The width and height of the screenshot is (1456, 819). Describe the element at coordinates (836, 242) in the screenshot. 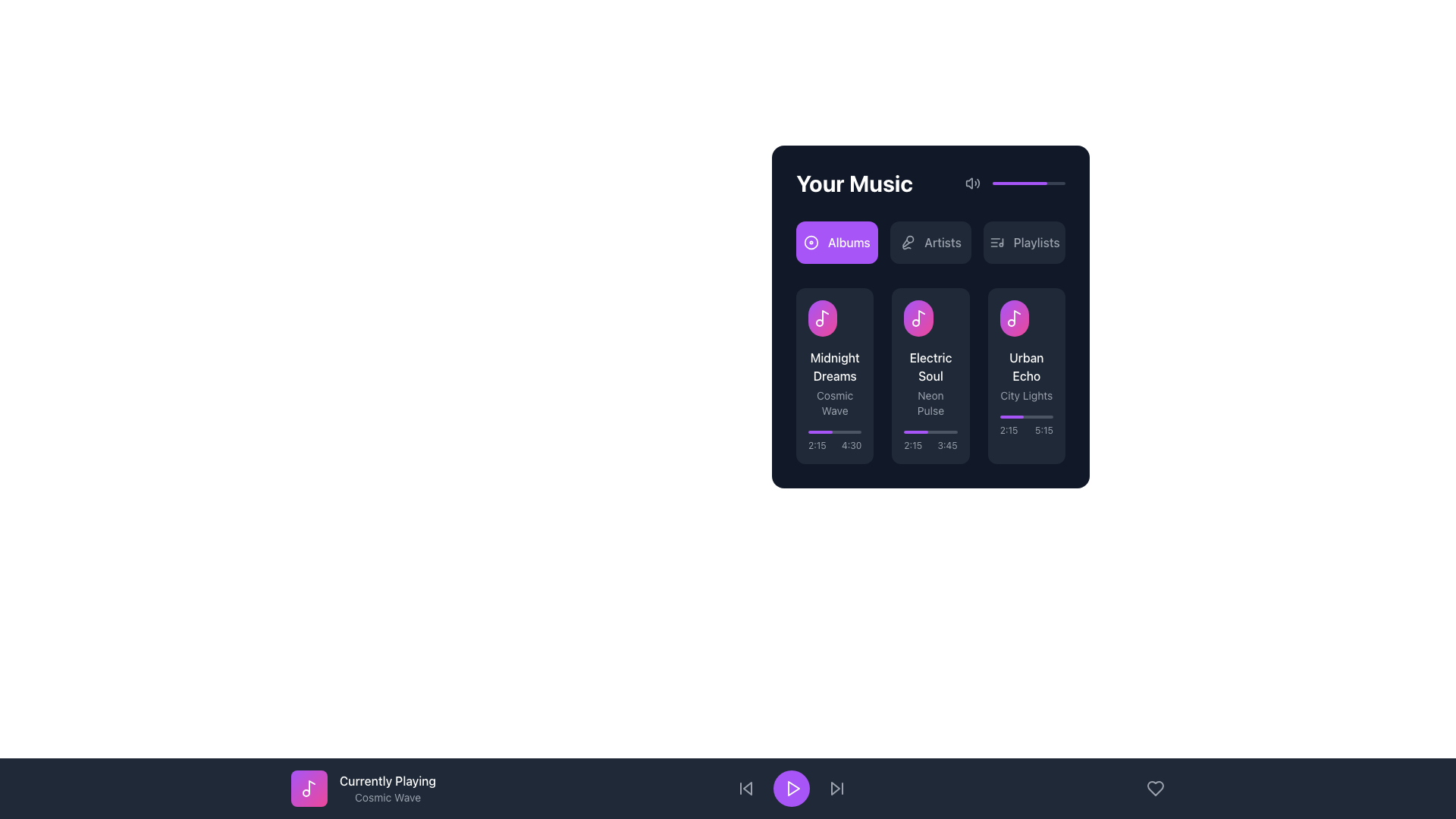

I see `the purple 'Albums' button with white text and an icon` at that location.